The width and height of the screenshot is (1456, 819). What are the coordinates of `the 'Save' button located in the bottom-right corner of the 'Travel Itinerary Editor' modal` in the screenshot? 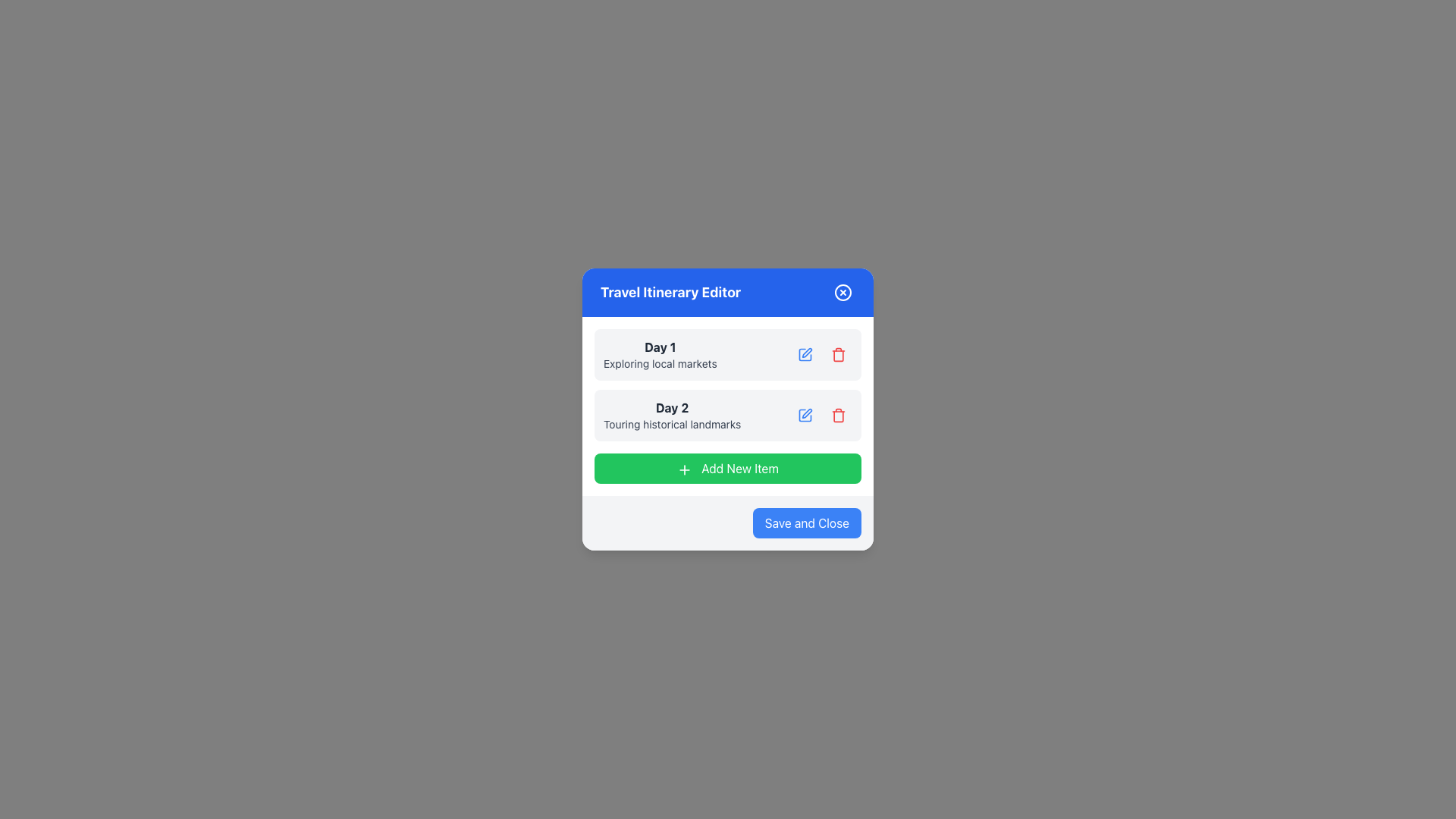 It's located at (806, 522).